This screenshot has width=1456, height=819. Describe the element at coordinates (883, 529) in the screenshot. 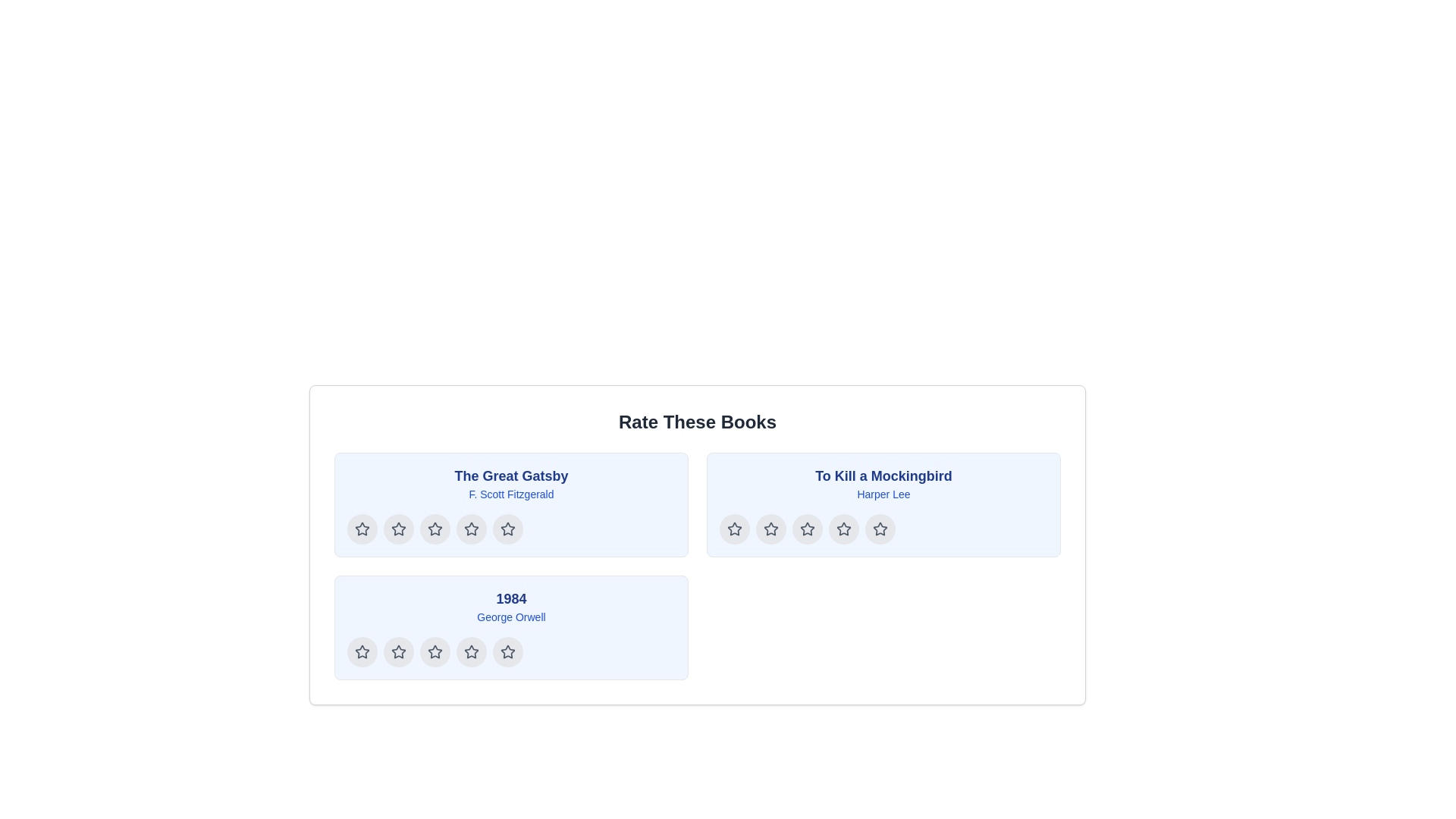

I see `the star icon in the rating component for the book 'To Kill a Mockingbird'` at that location.